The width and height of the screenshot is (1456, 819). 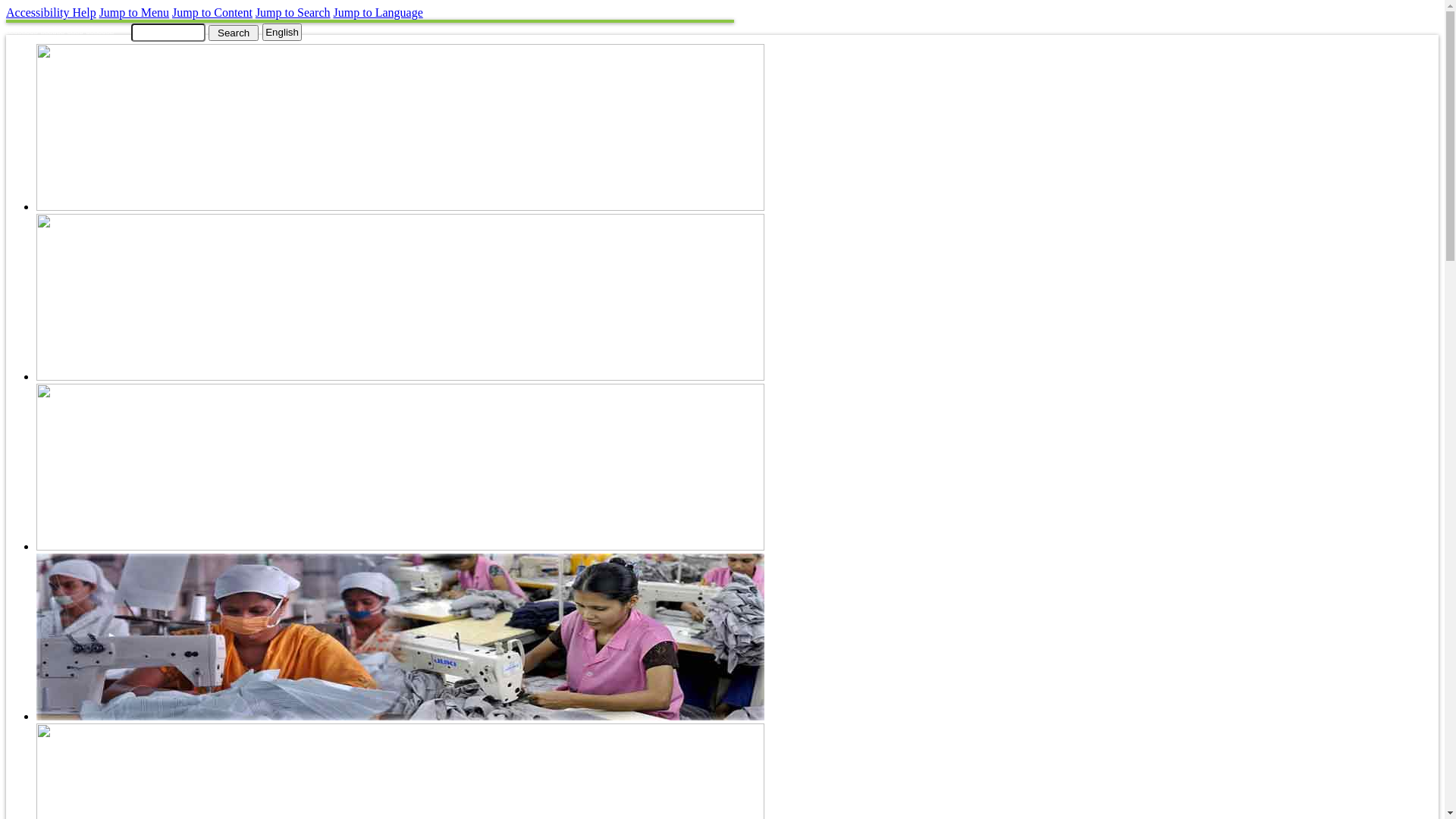 I want to click on 'Accessibility Help', so click(x=6, y=12).